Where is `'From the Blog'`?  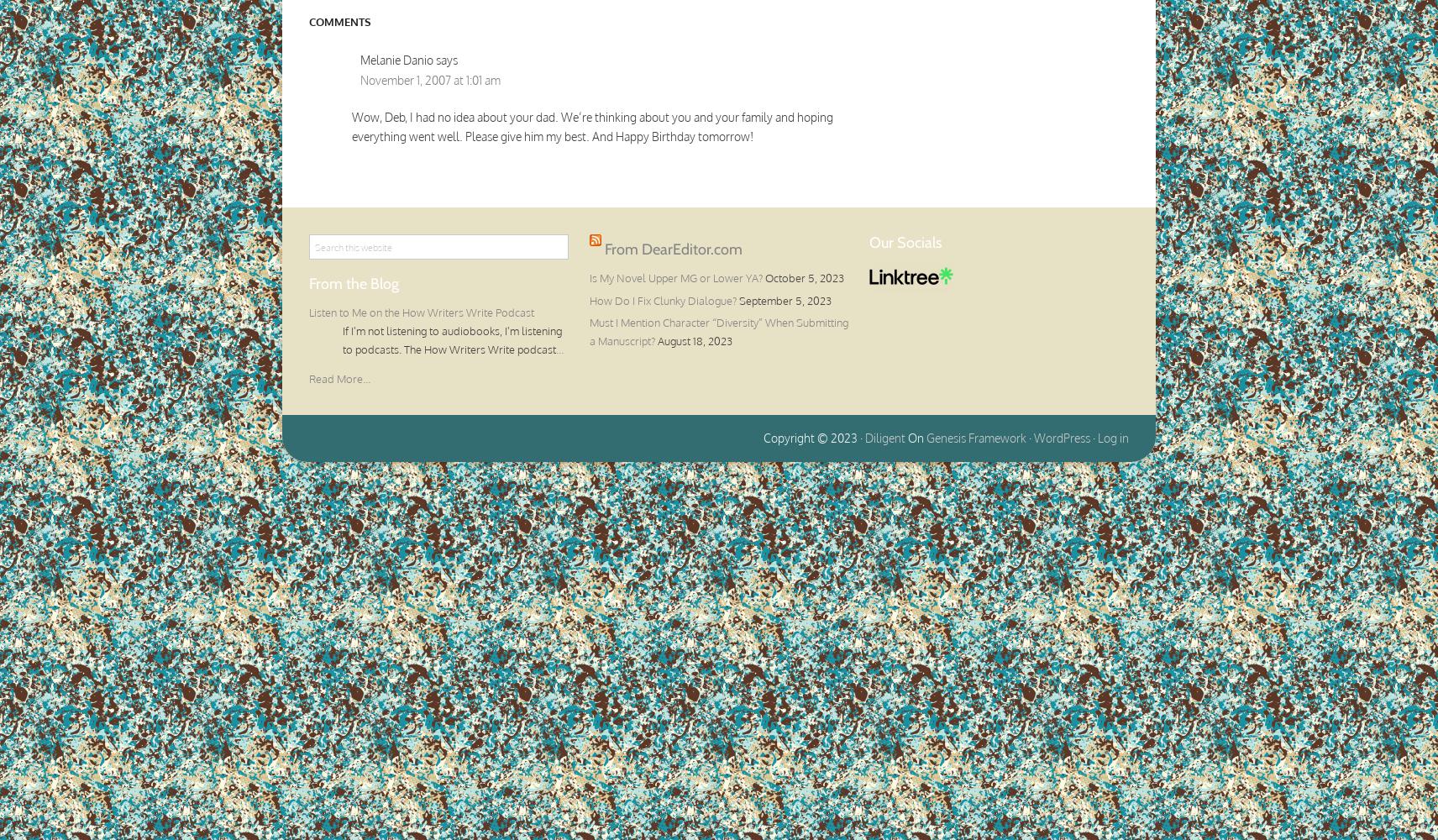 'From the Blog' is located at coordinates (309, 283).